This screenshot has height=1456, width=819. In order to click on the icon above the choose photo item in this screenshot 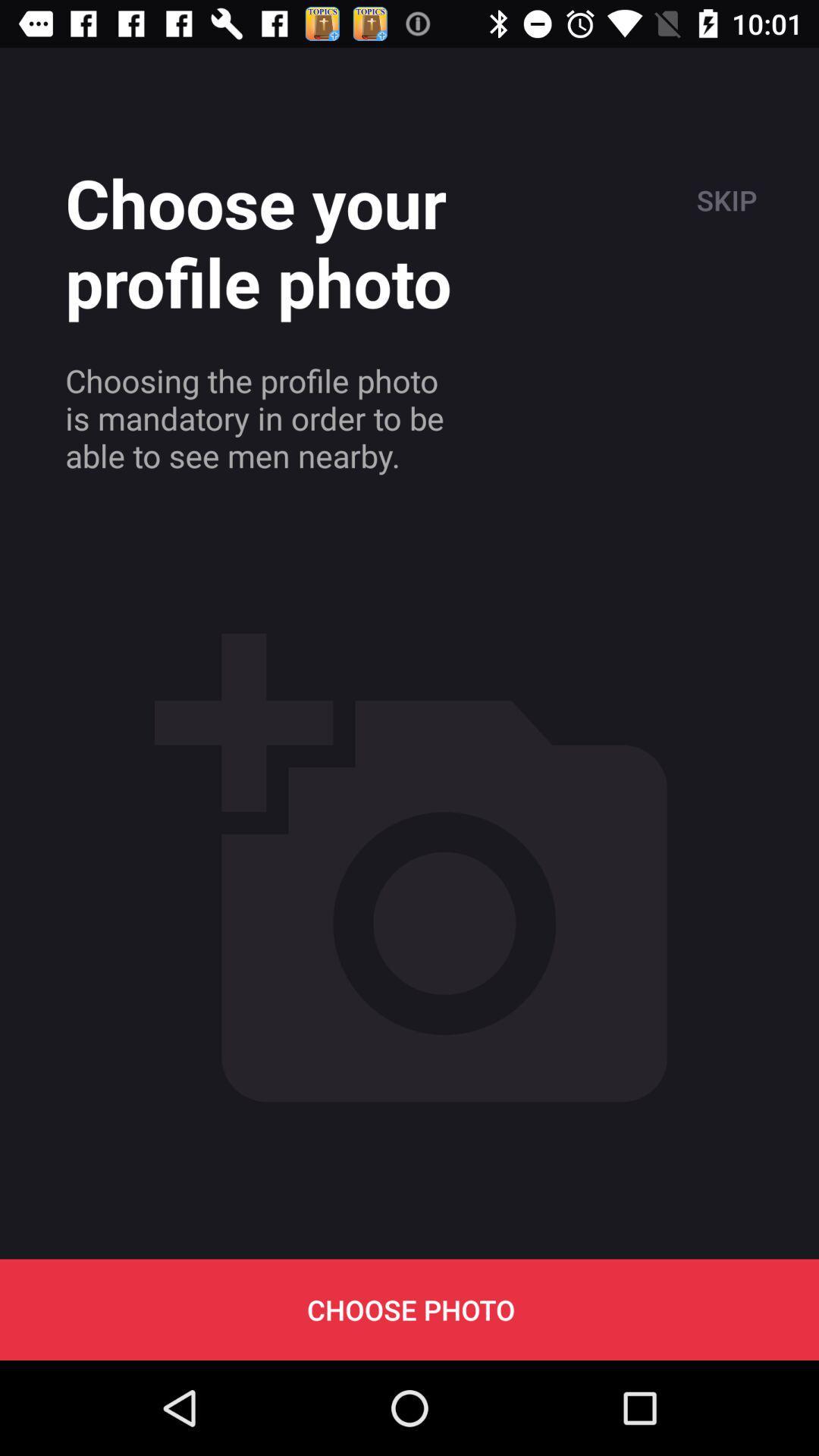, I will do `click(724, 199)`.